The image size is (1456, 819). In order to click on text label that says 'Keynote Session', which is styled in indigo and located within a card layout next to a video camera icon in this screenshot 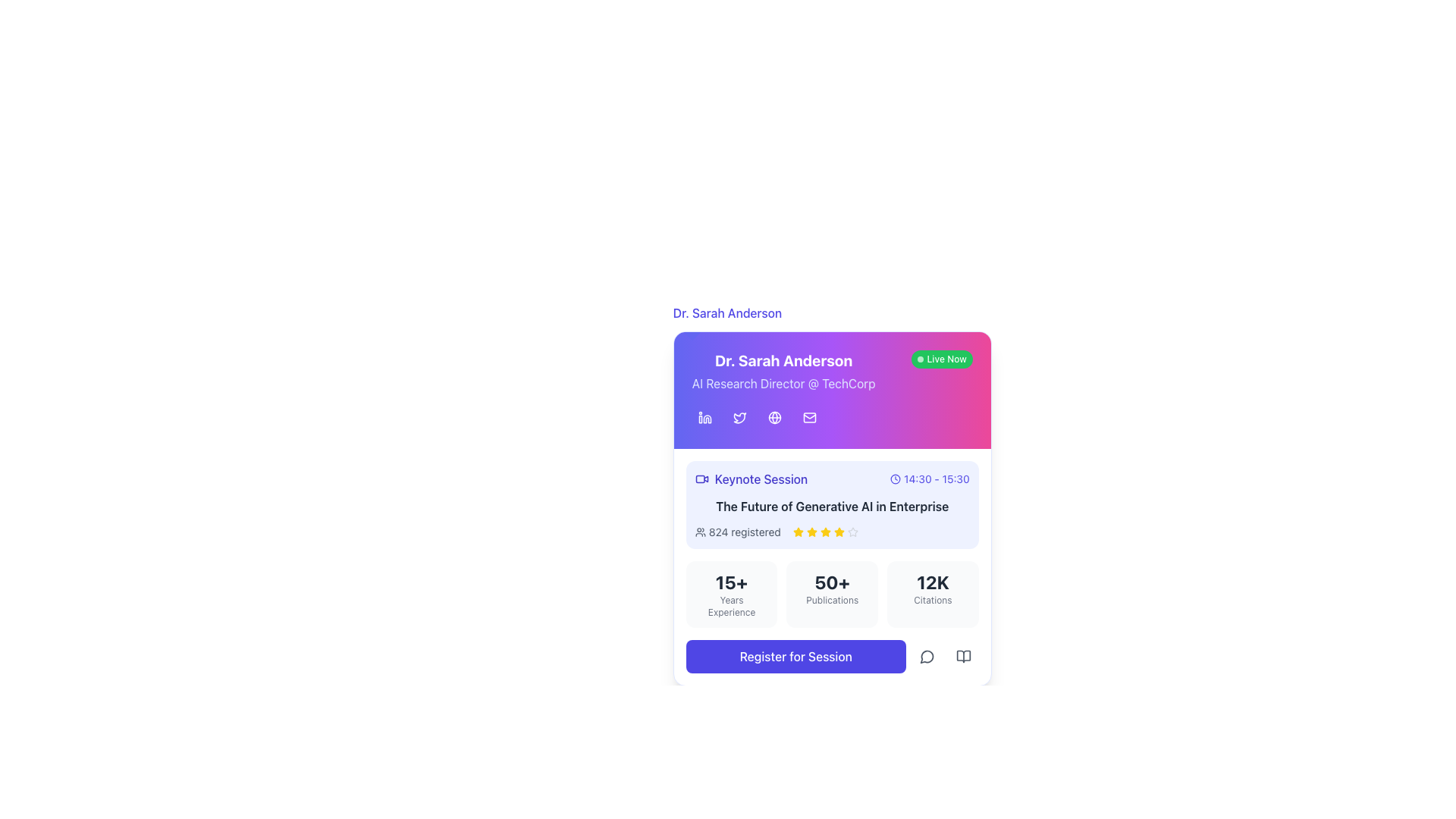, I will do `click(761, 479)`.